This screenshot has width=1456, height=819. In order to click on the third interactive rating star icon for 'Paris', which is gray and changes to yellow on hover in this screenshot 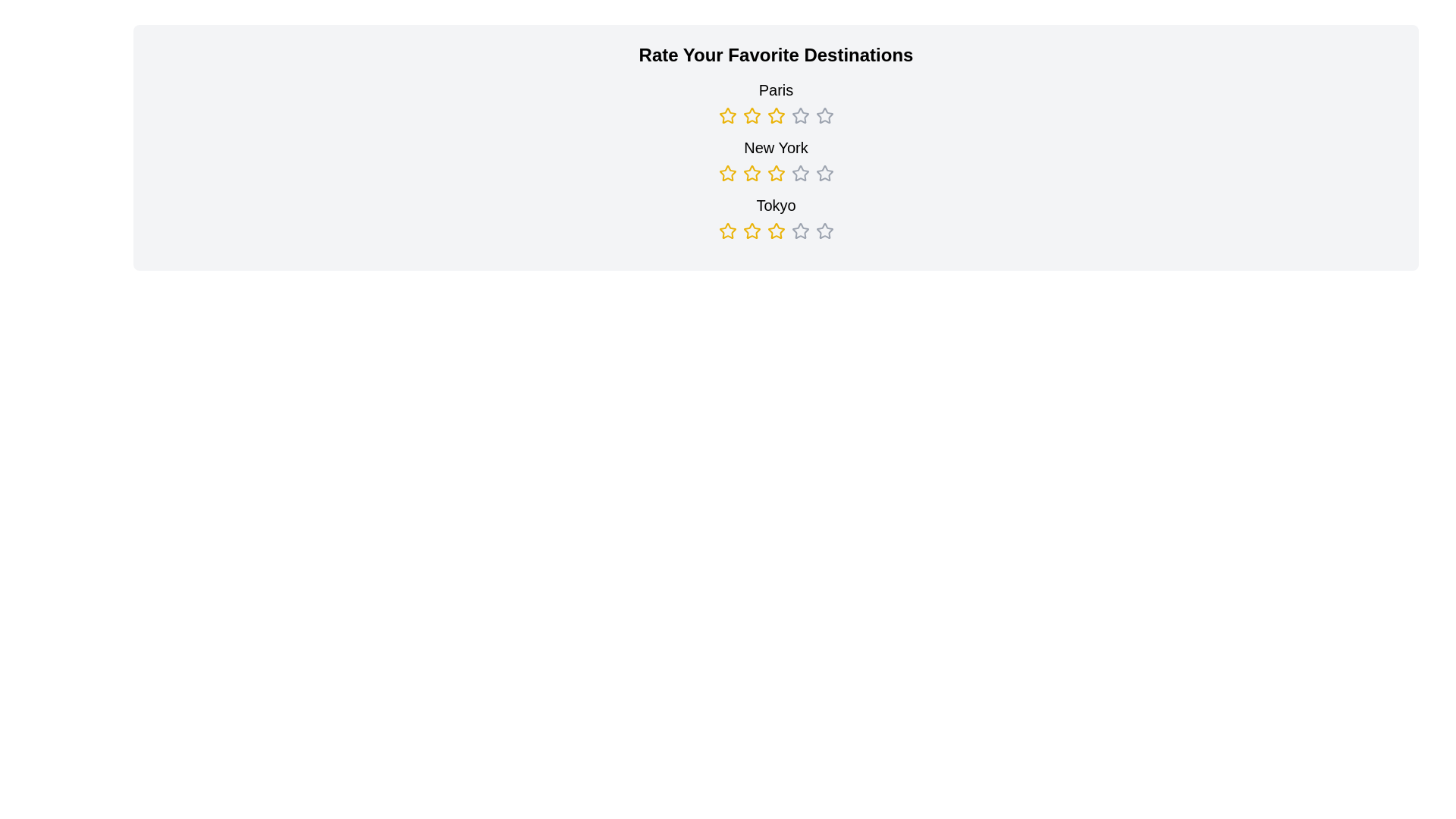, I will do `click(799, 115)`.